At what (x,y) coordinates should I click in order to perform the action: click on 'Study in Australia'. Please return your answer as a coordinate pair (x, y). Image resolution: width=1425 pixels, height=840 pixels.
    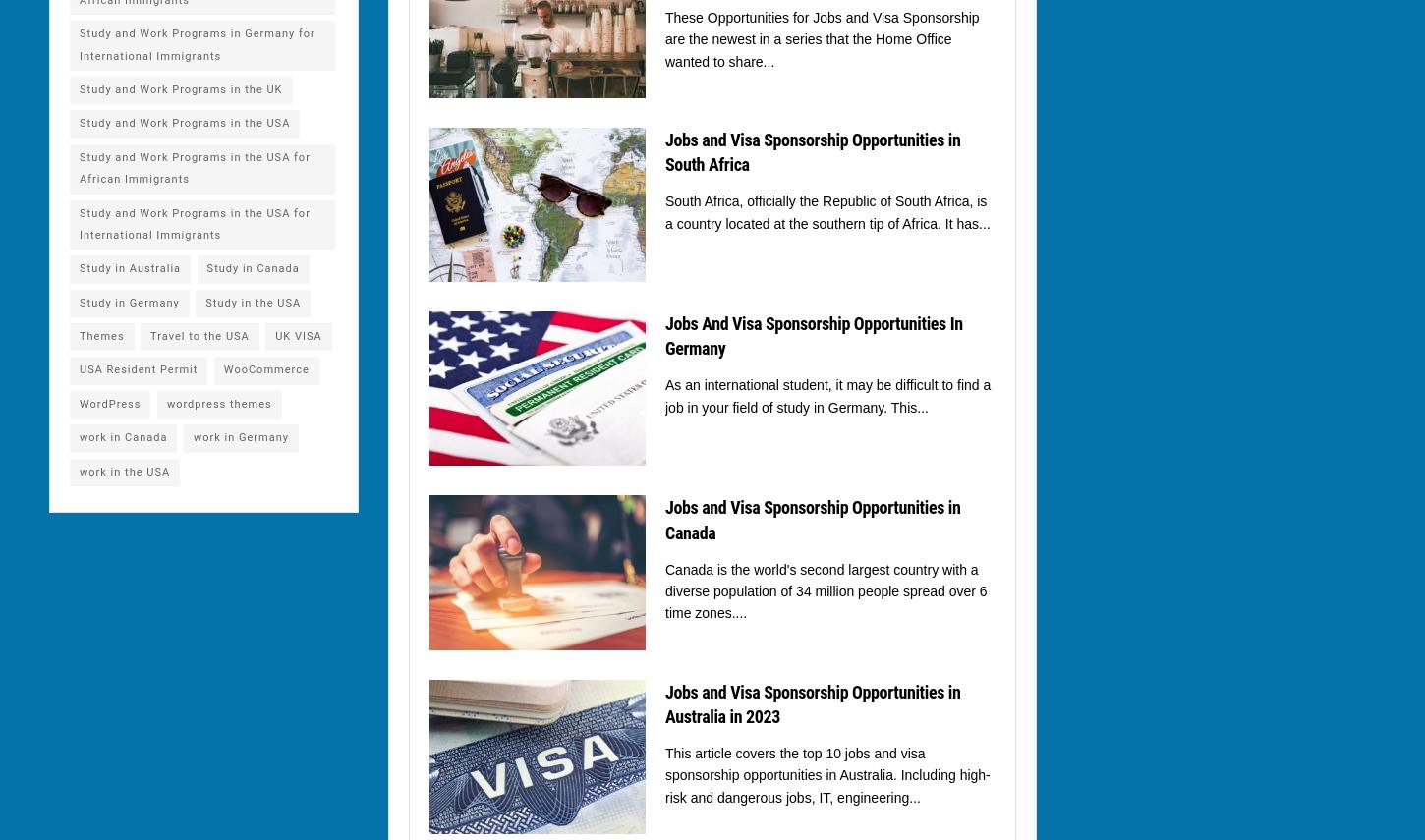
    Looking at the image, I should click on (129, 268).